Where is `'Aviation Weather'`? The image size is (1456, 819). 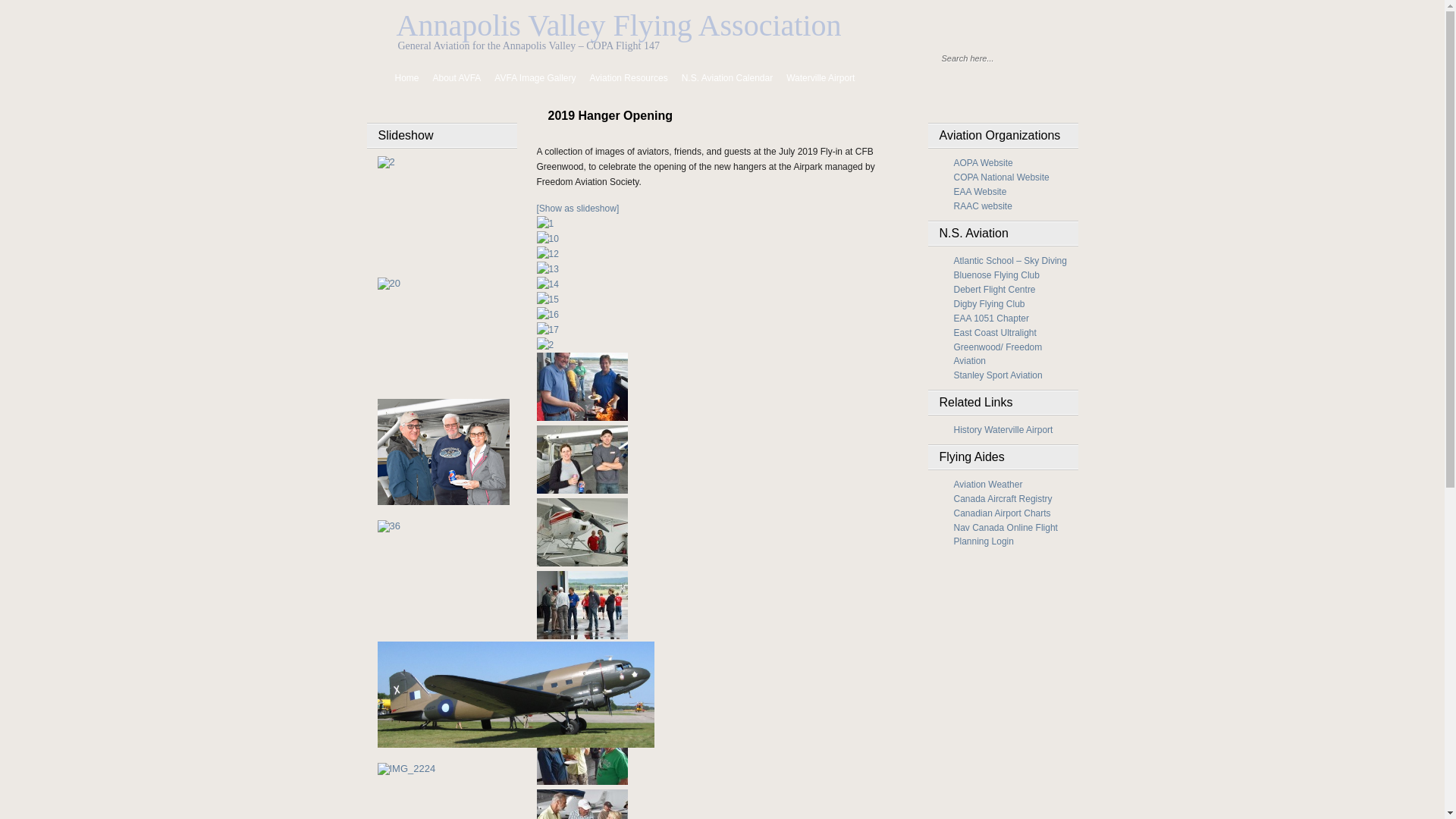 'Aviation Weather' is located at coordinates (988, 485).